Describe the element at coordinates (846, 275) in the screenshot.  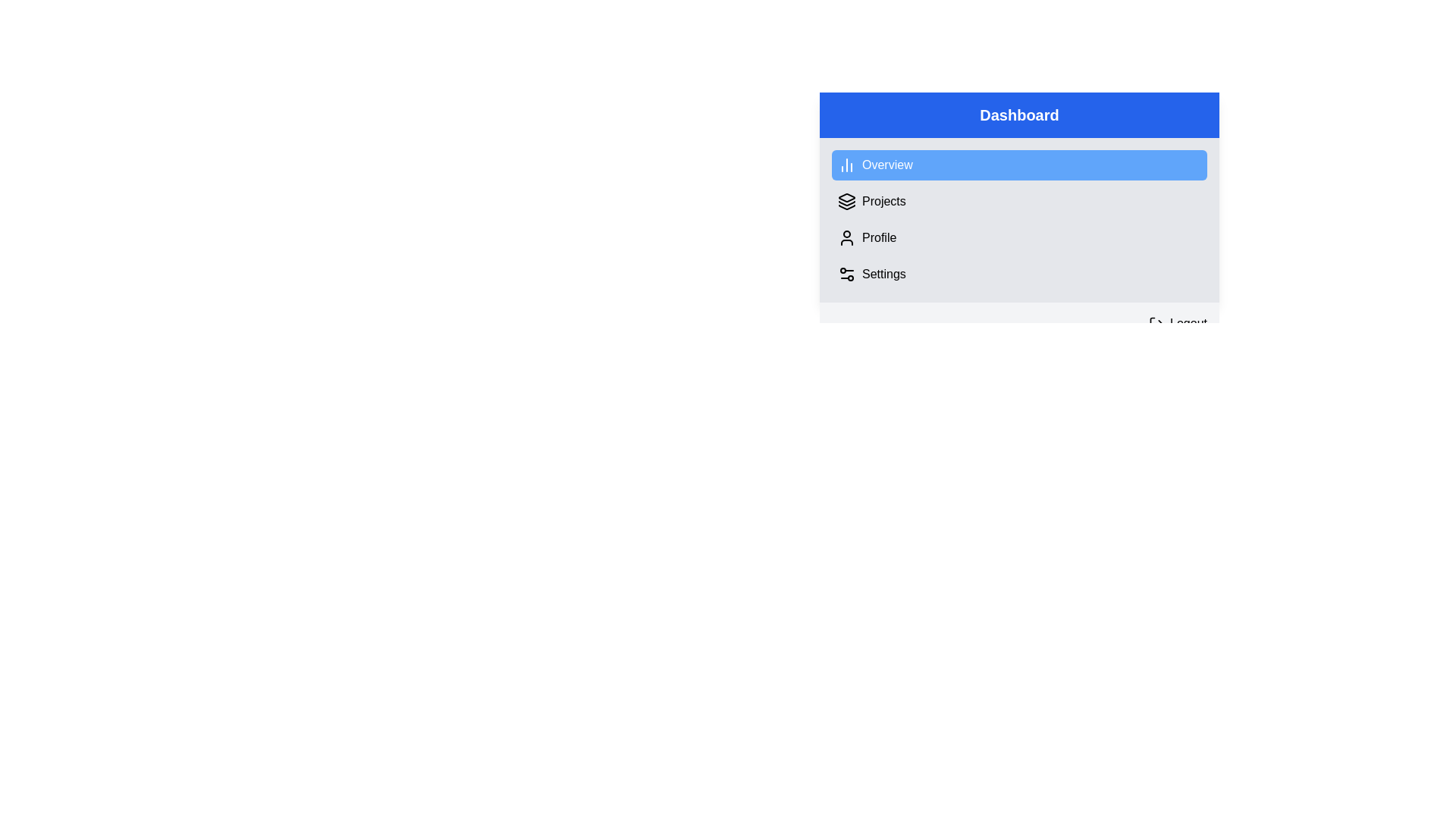
I see `the 'Settings' menu icon, which resembles two vertical sliders with circular knobs, located to the left of the text 'Settings'` at that location.